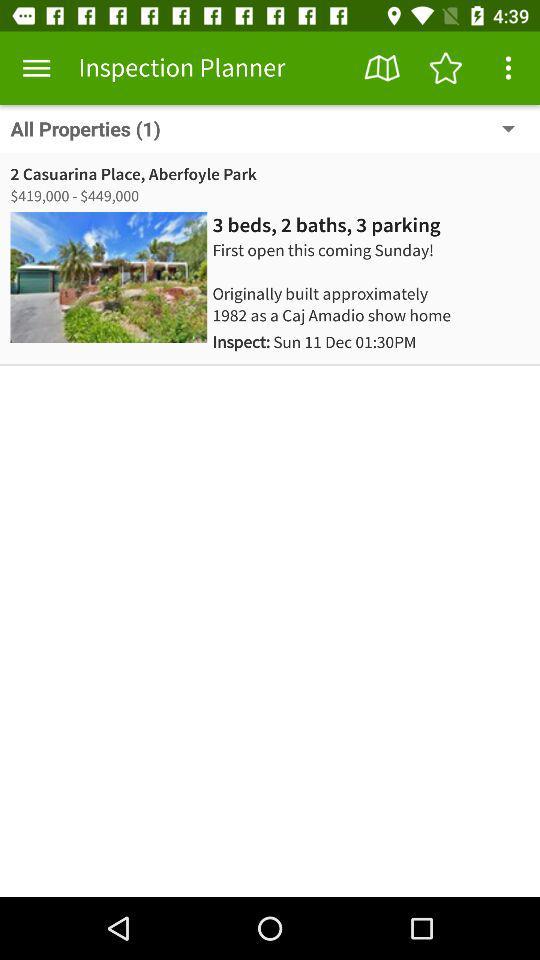 The image size is (540, 960). I want to click on open menu, so click(508, 68).